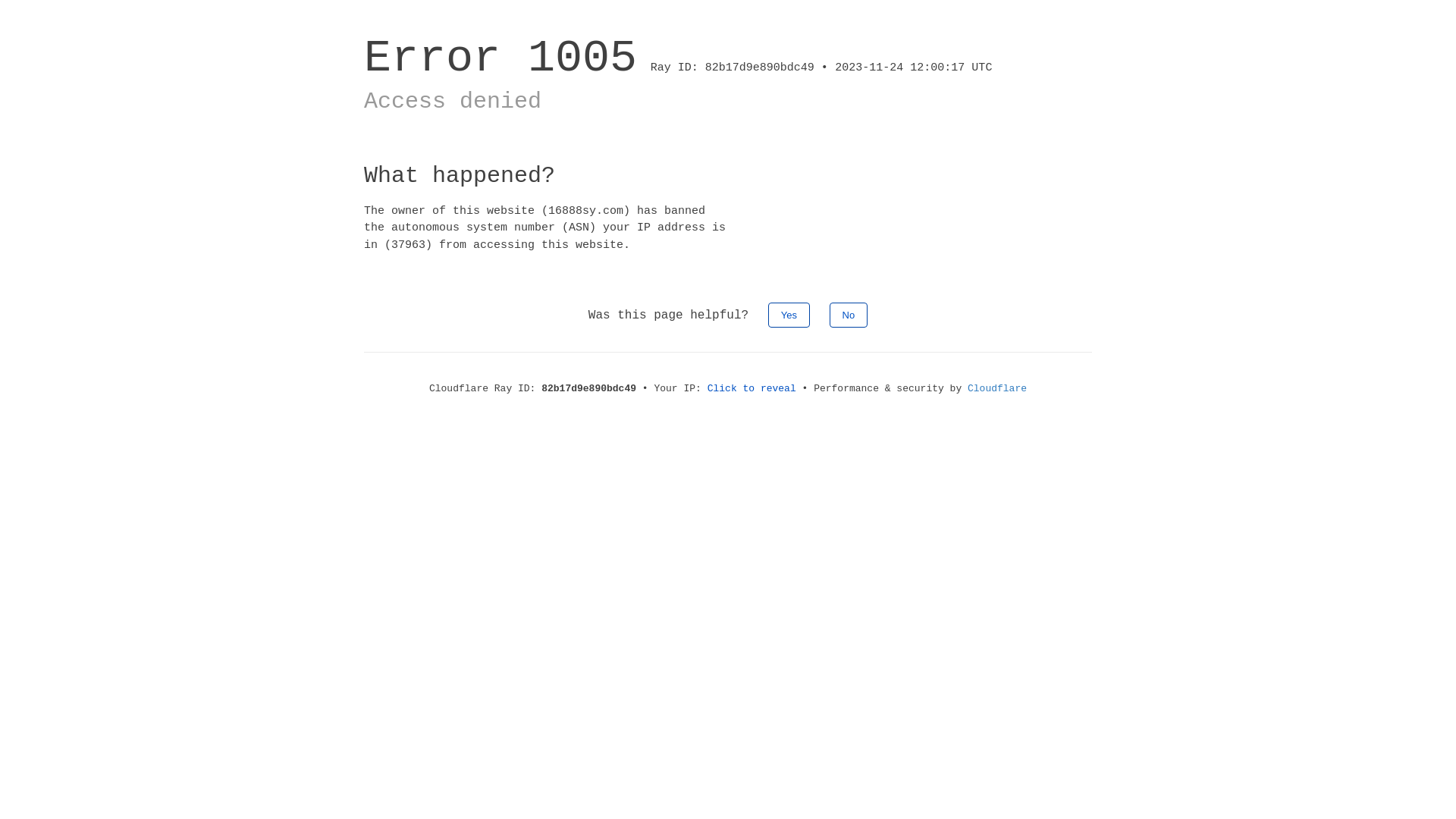 The image size is (1456, 819). Describe the element at coordinates (848, 314) in the screenshot. I see `'No'` at that location.